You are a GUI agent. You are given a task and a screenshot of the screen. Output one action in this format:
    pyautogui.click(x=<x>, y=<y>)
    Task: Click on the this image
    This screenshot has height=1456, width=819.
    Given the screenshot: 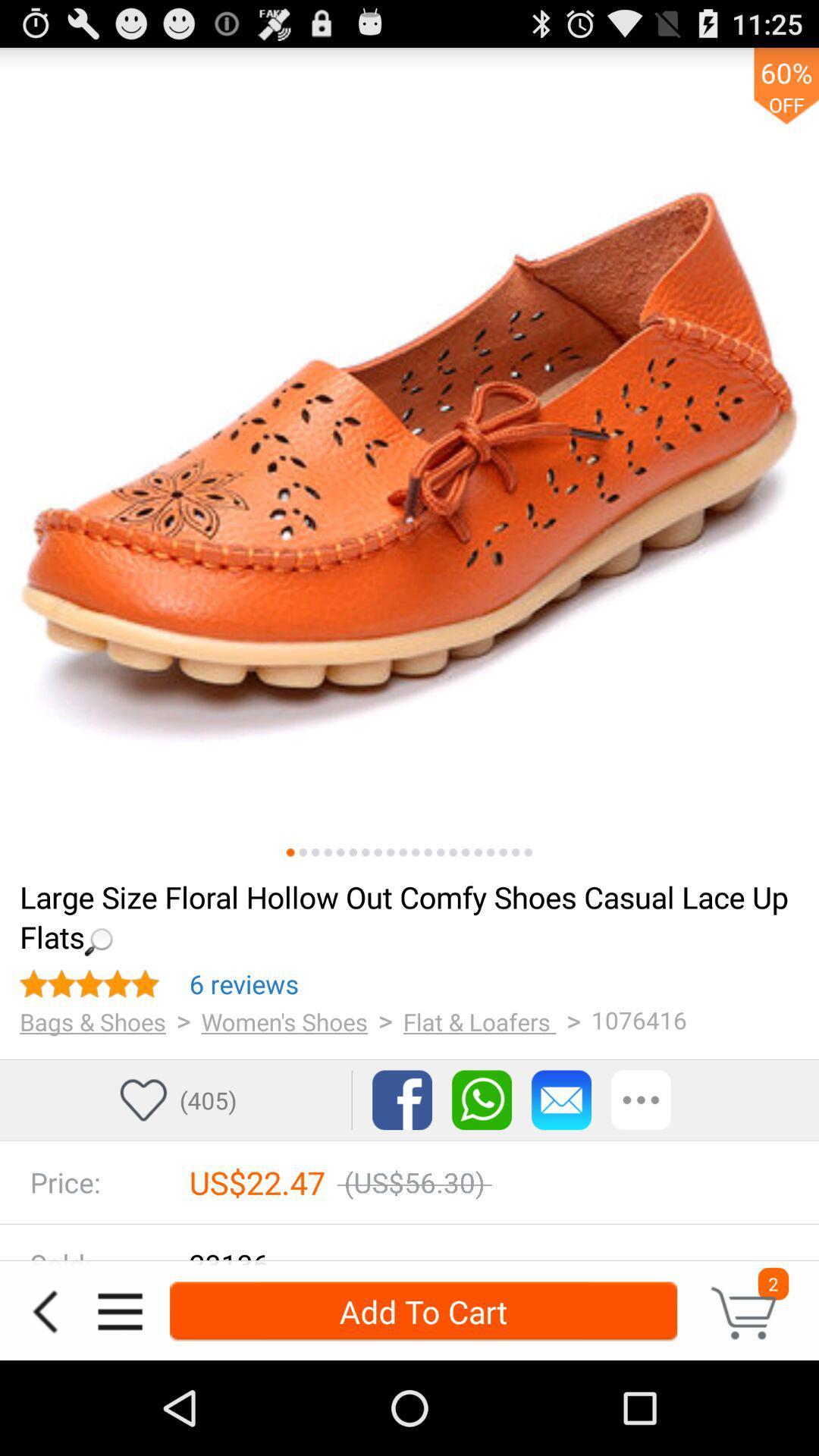 What is the action you would take?
    pyautogui.click(x=416, y=852)
    